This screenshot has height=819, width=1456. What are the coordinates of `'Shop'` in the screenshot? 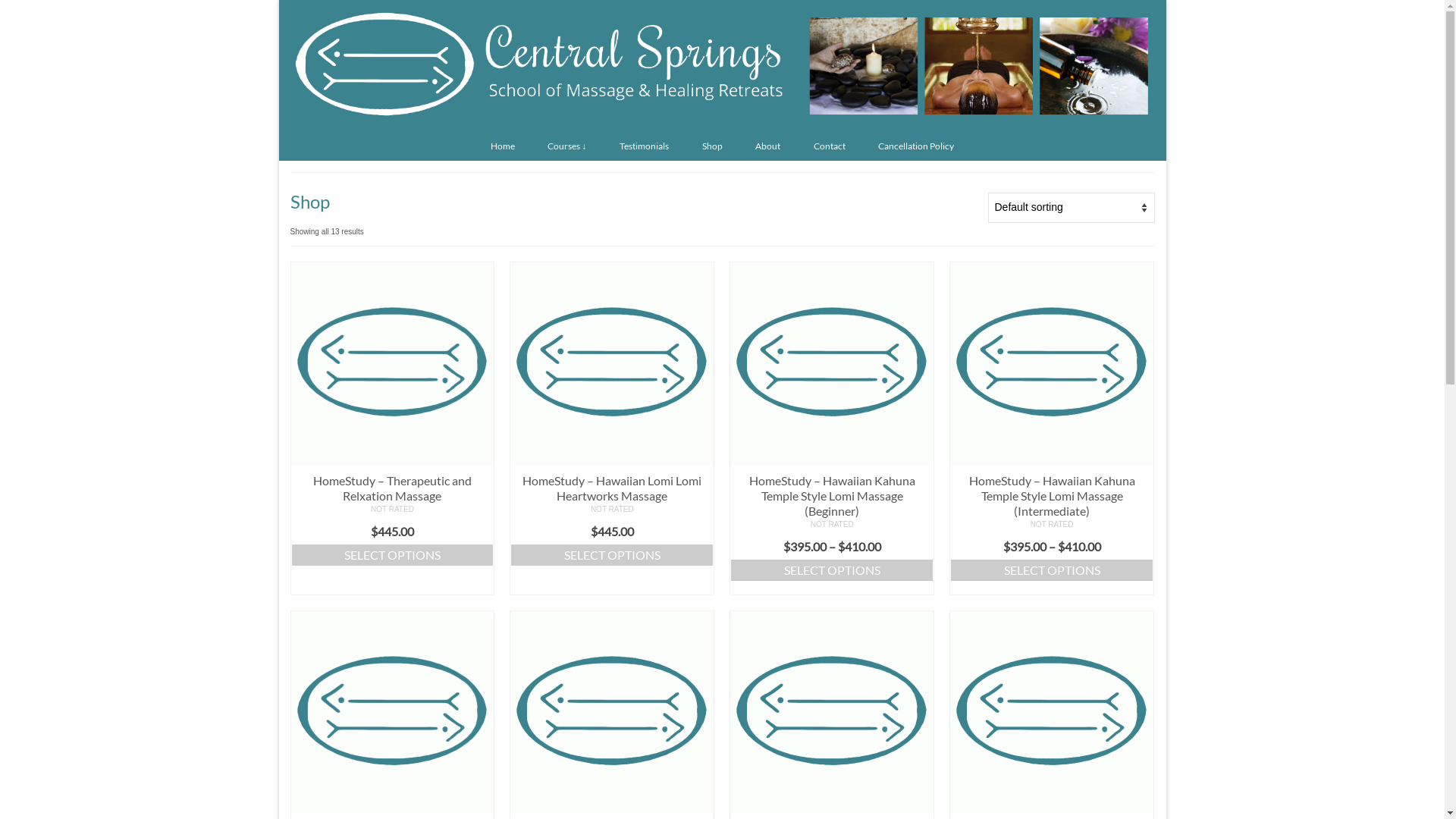 It's located at (711, 146).